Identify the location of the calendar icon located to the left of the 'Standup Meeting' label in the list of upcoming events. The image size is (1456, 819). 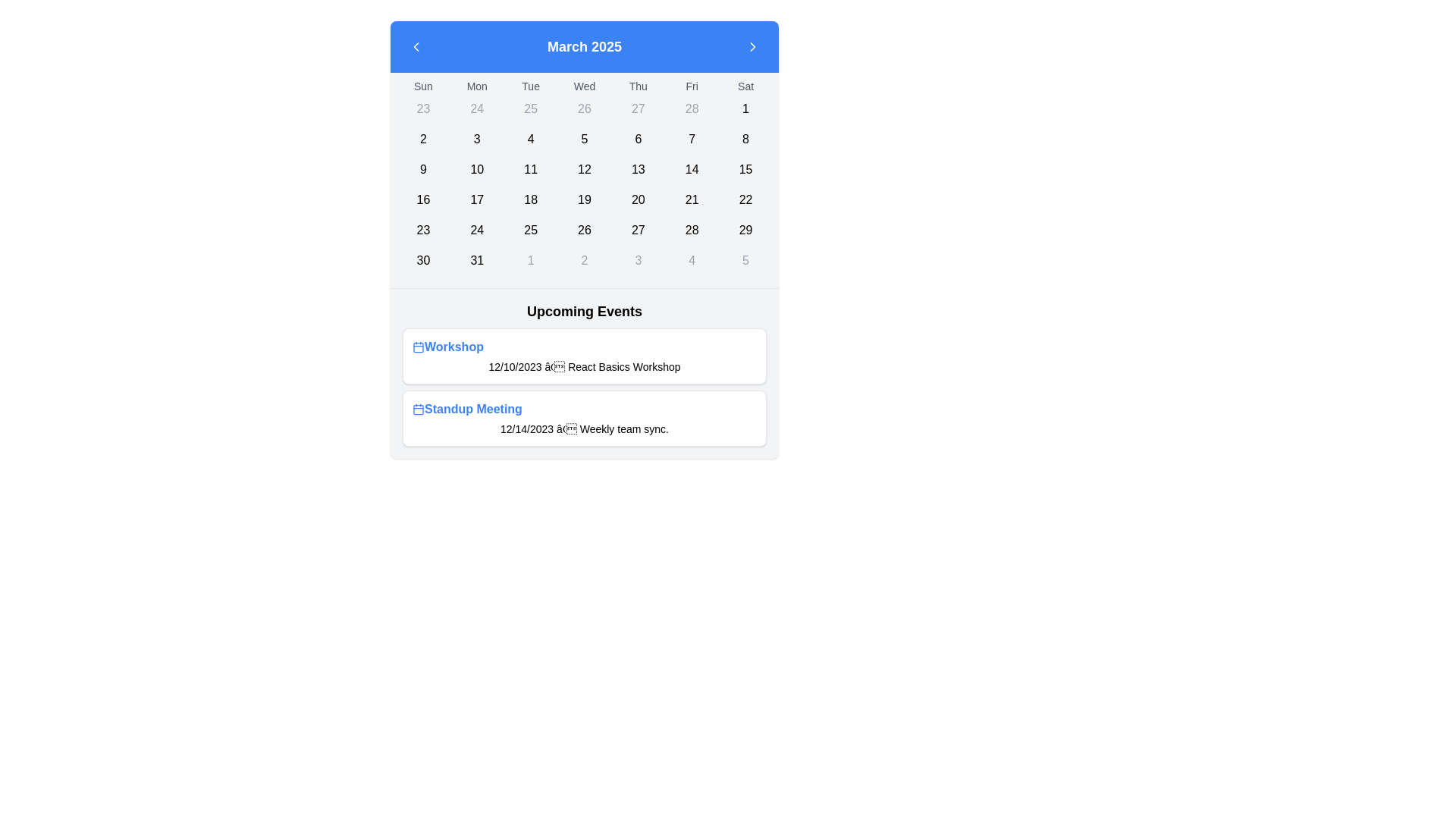
(419, 409).